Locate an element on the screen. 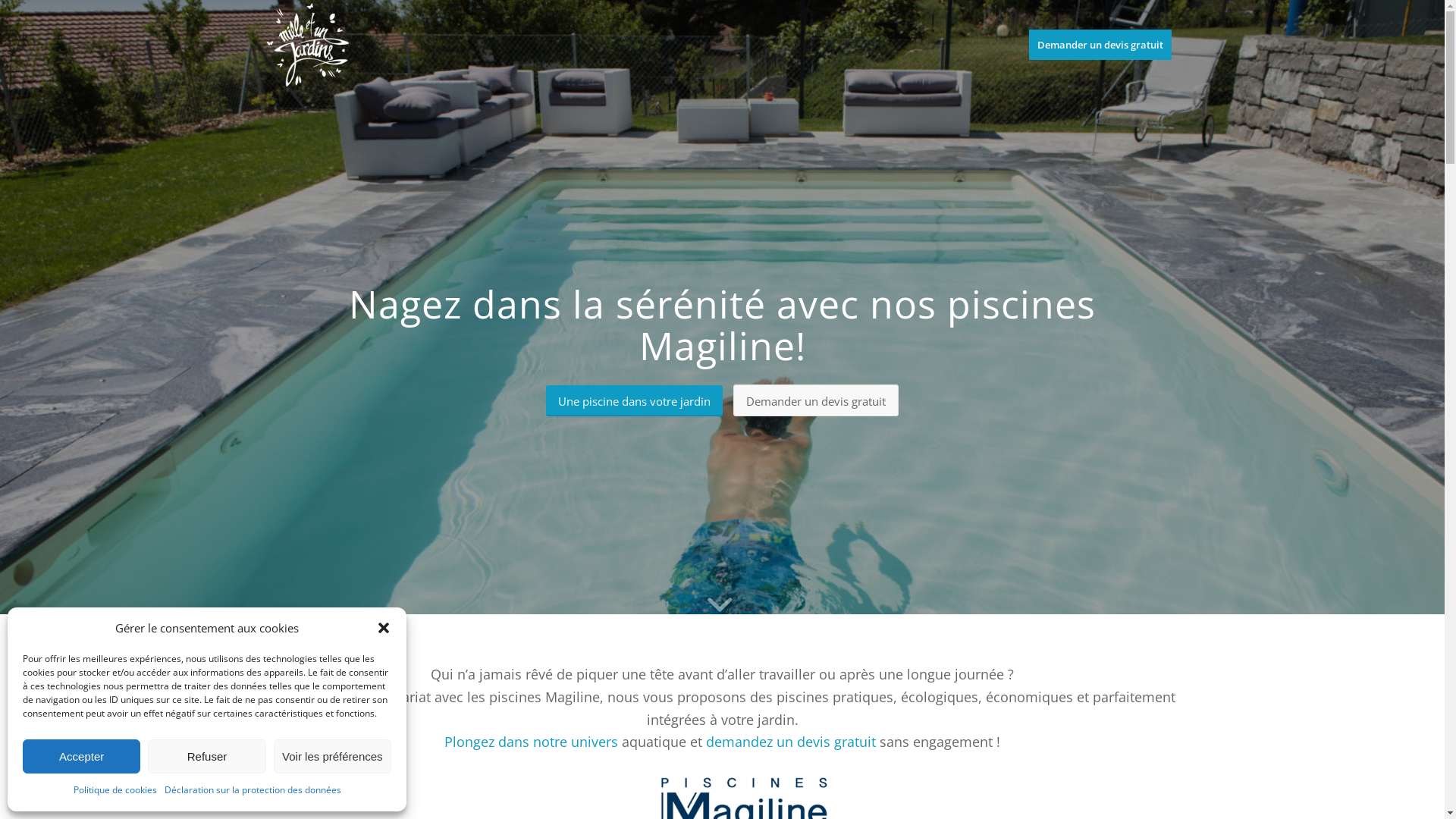  'Refuser' is located at coordinates (206, 756).